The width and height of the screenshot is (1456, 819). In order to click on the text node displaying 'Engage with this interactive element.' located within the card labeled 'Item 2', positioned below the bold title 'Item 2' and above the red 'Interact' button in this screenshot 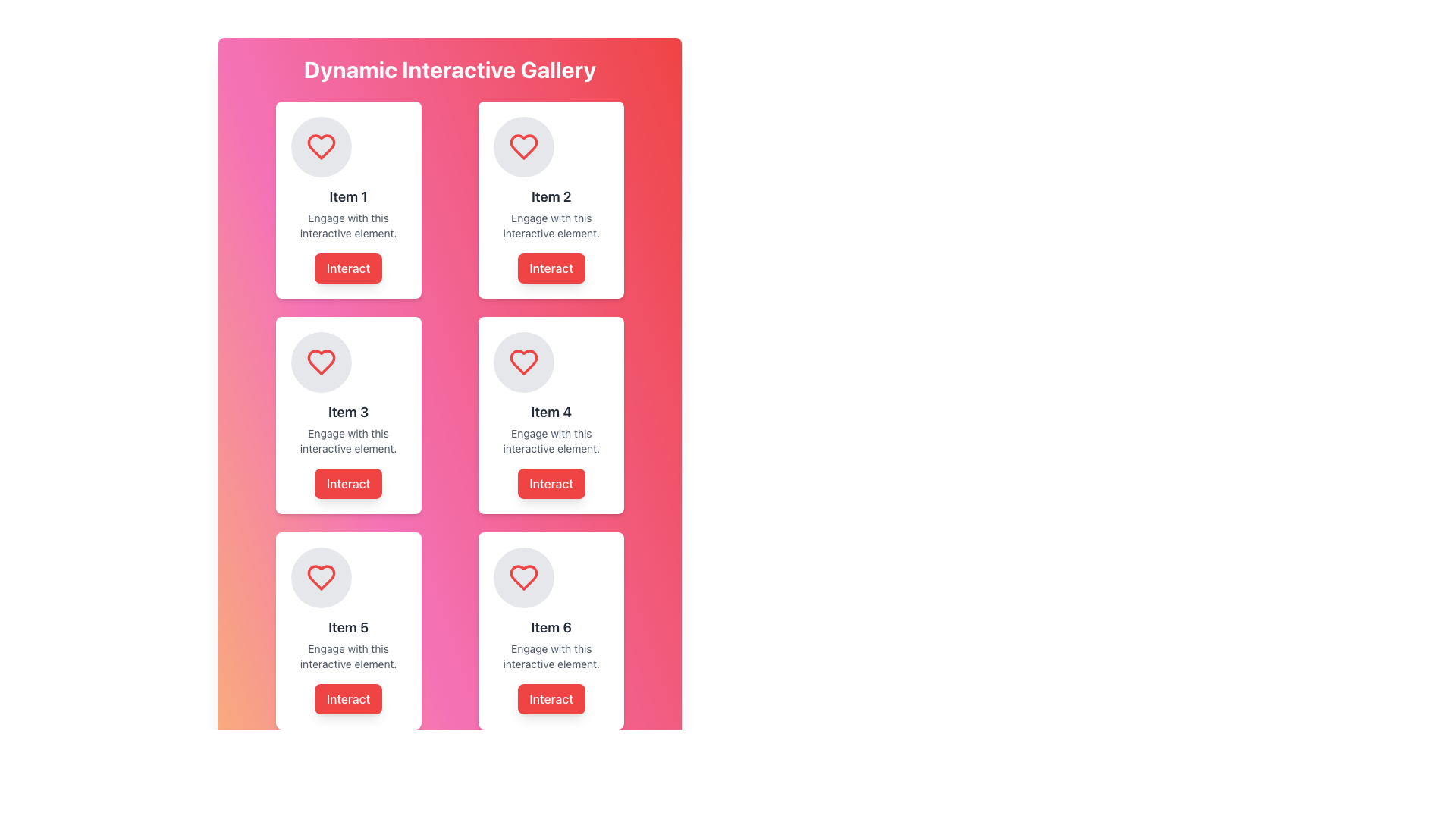, I will do `click(551, 225)`.